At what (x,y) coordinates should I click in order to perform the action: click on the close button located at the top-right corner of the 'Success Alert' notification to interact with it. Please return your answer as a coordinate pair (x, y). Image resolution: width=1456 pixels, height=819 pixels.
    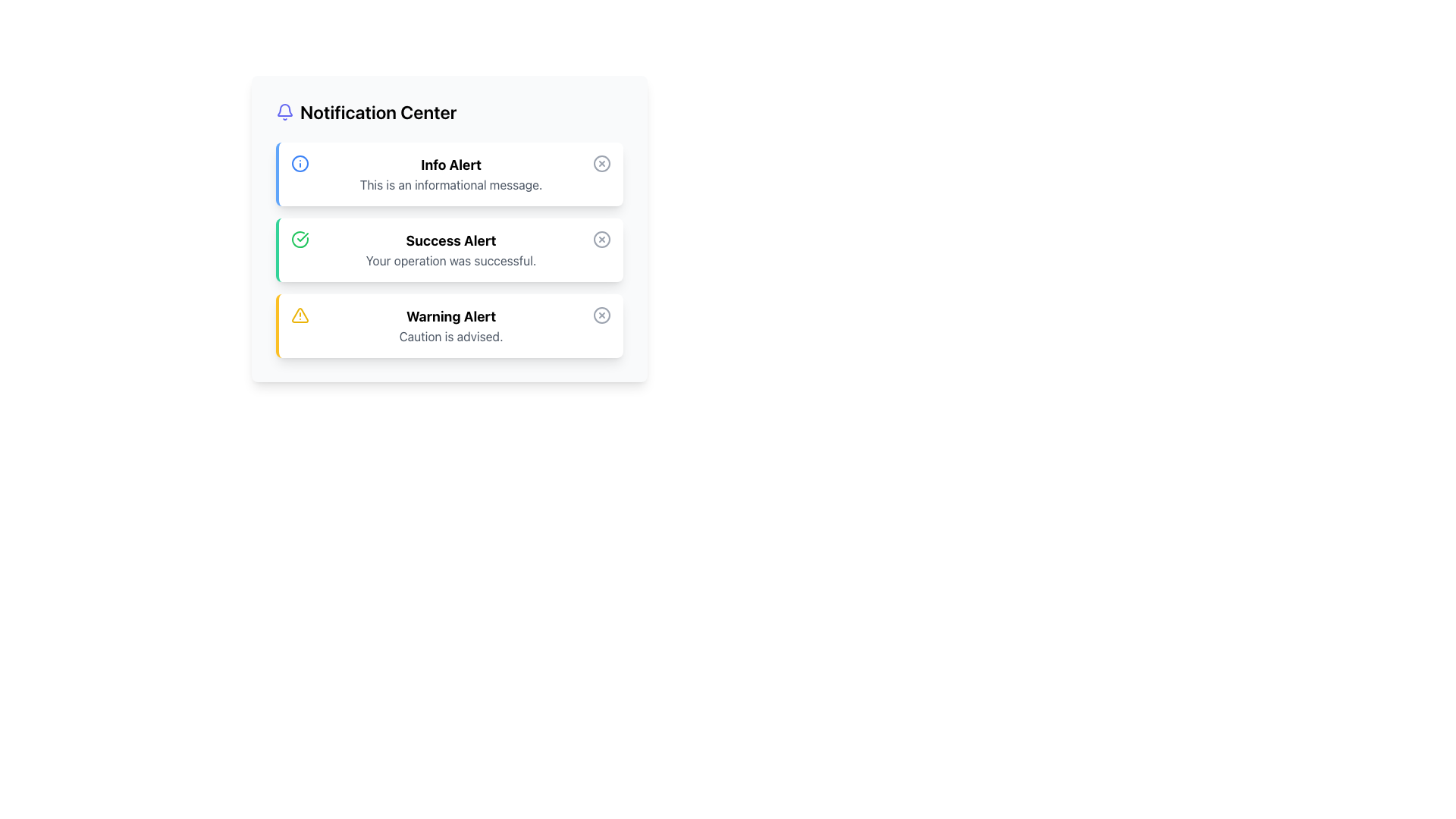
    Looking at the image, I should click on (601, 239).